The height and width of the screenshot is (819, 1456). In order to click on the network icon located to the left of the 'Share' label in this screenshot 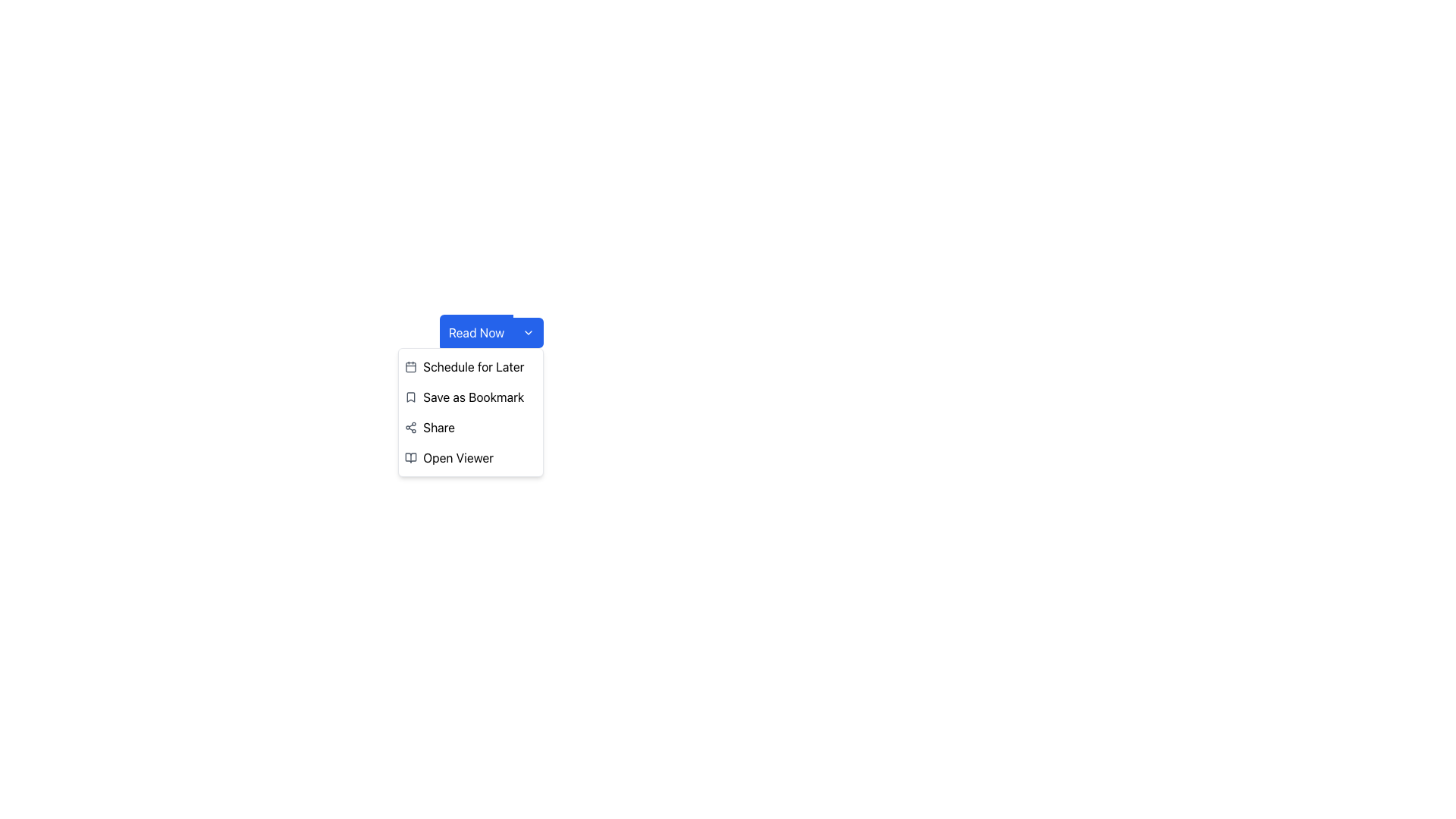, I will do `click(411, 427)`.